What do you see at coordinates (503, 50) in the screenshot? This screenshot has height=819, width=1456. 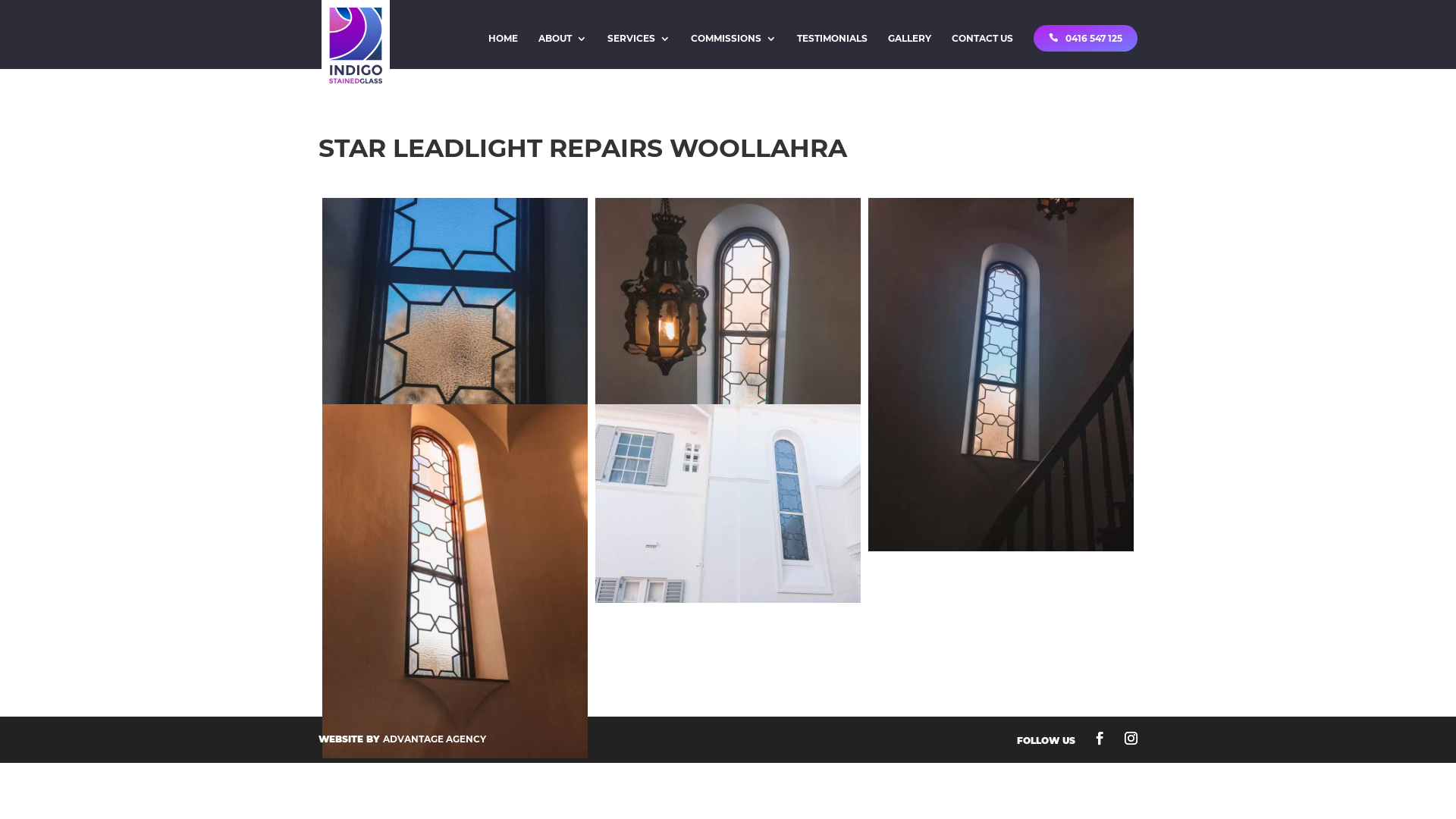 I see `'HOME'` at bounding box center [503, 50].